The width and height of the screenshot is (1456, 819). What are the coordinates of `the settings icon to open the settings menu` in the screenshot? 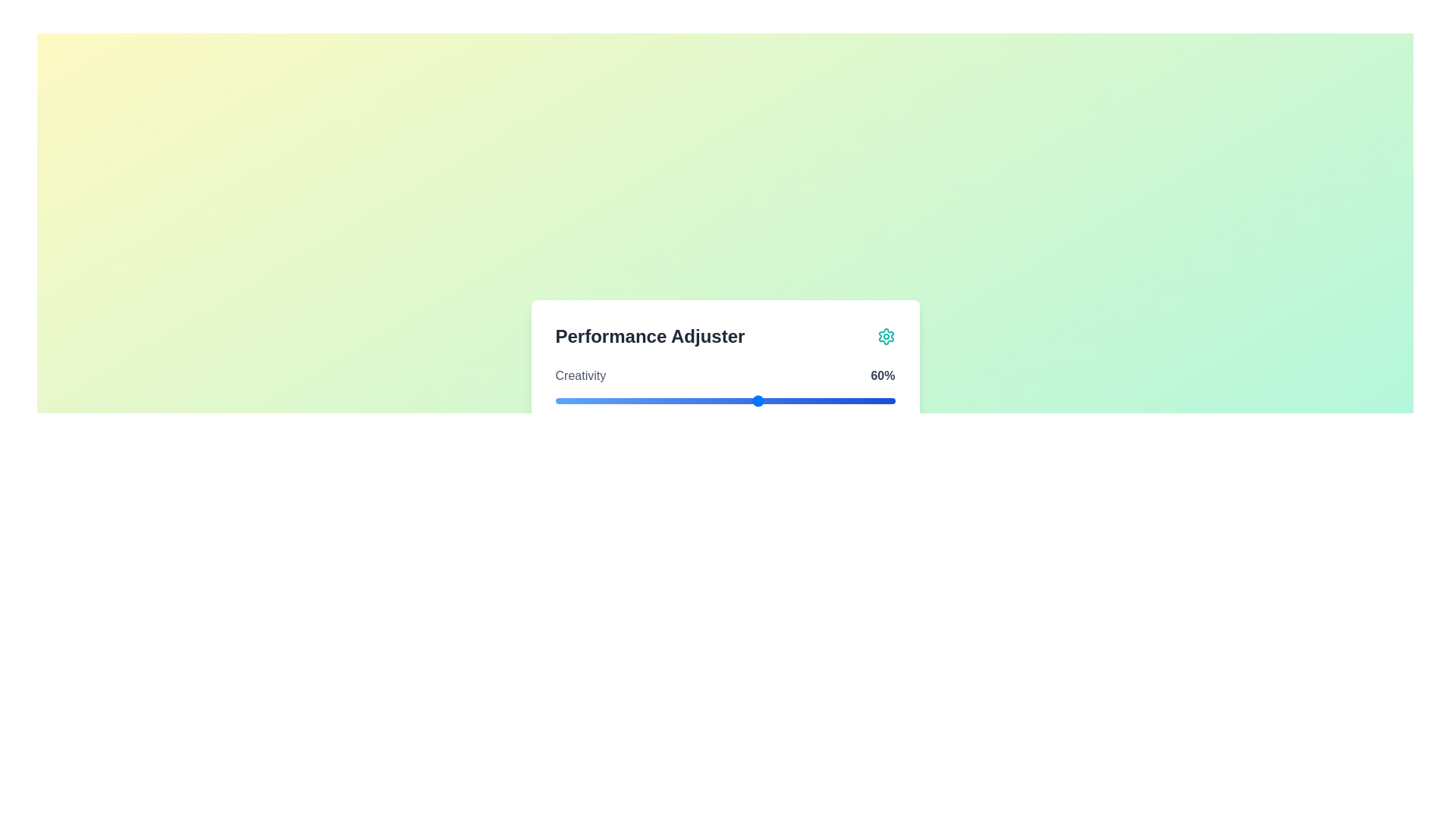 It's located at (886, 335).